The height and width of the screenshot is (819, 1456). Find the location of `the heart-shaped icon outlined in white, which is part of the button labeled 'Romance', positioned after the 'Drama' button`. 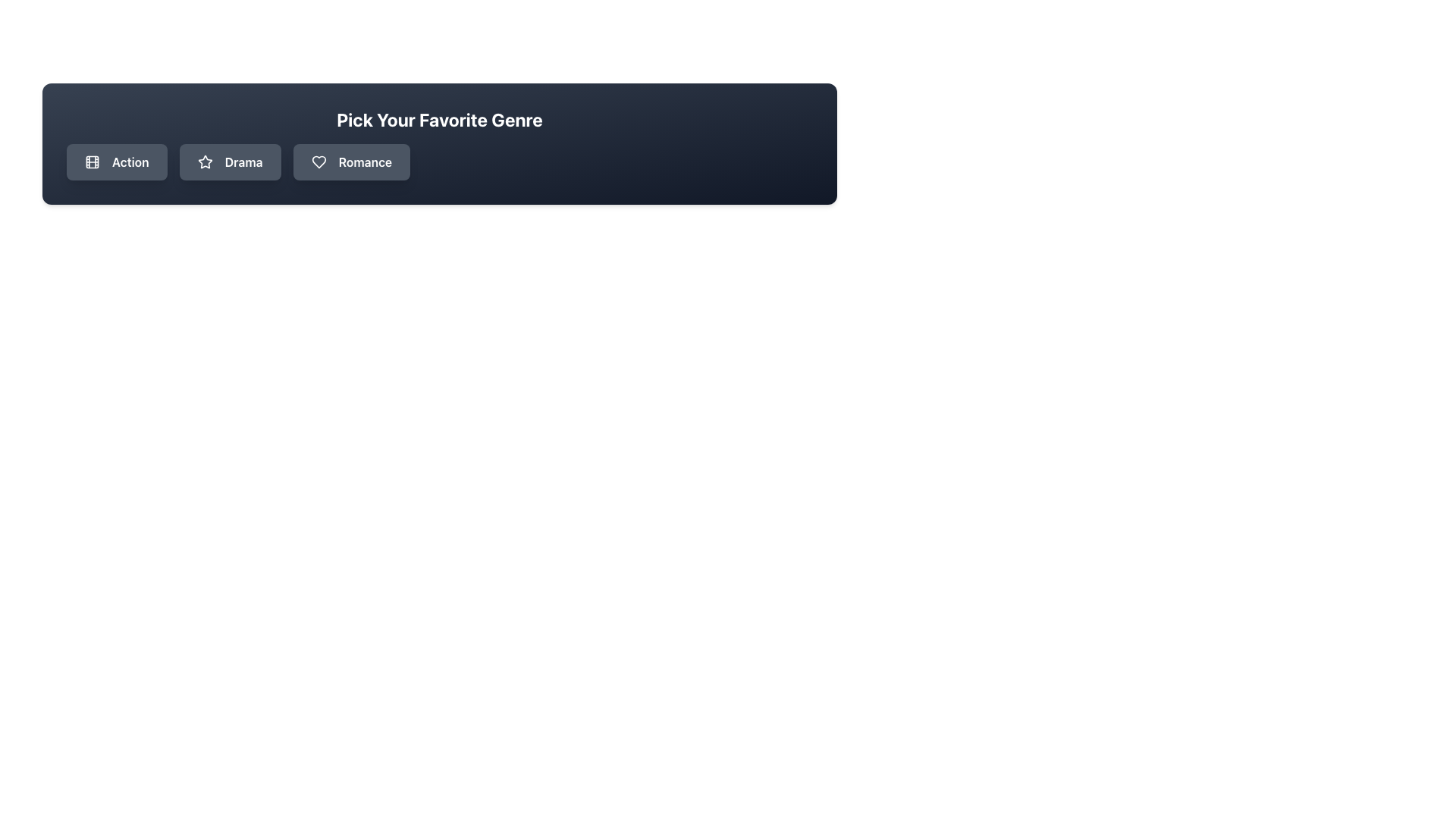

the heart-shaped icon outlined in white, which is part of the button labeled 'Romance', positioned after the 'Drama' button is located at coordinates (318, 162).